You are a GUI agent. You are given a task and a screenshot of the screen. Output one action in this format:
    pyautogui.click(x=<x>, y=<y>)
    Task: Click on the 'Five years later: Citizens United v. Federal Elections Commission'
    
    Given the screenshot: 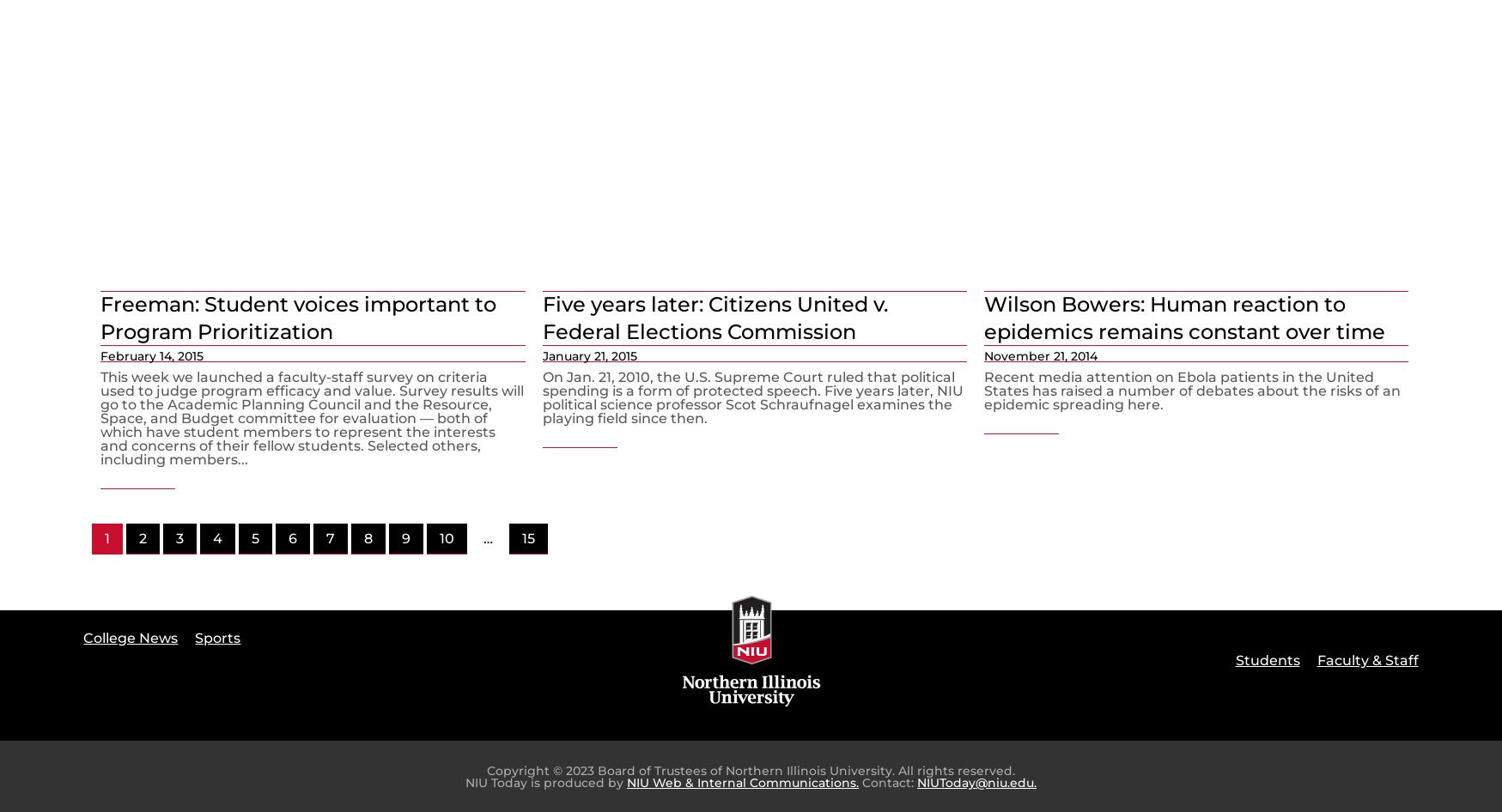 What is the action you would take?
    pyautogui.click(x=542, y=318)
    